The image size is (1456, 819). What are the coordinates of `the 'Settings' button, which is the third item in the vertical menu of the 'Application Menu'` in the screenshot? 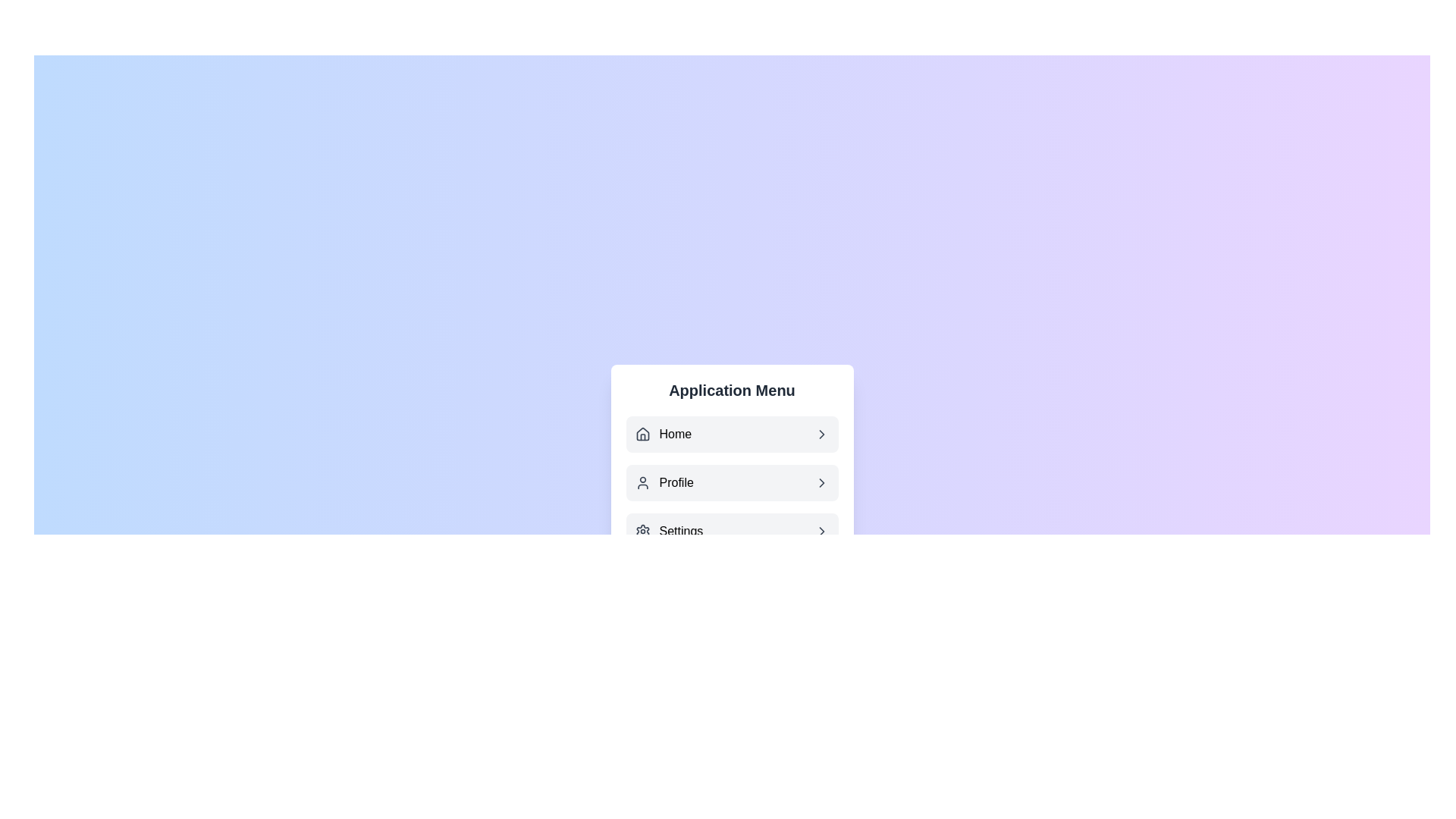 It's located at (732, 531).